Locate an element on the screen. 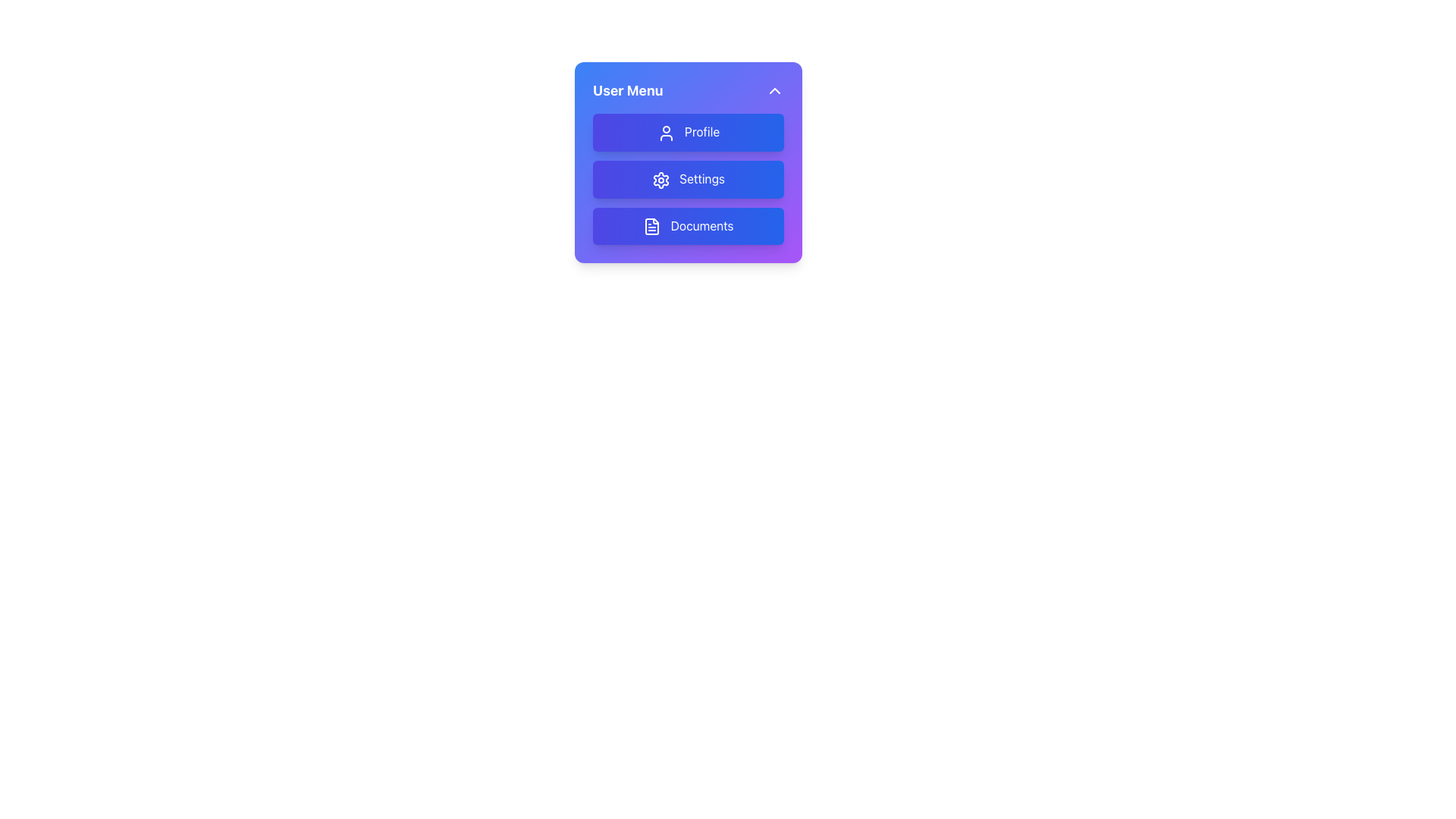 The width and height of the screenshot is (1456, 819). the central icon in the vertical menu under 'Settings' is located at coordinates (661, 179).